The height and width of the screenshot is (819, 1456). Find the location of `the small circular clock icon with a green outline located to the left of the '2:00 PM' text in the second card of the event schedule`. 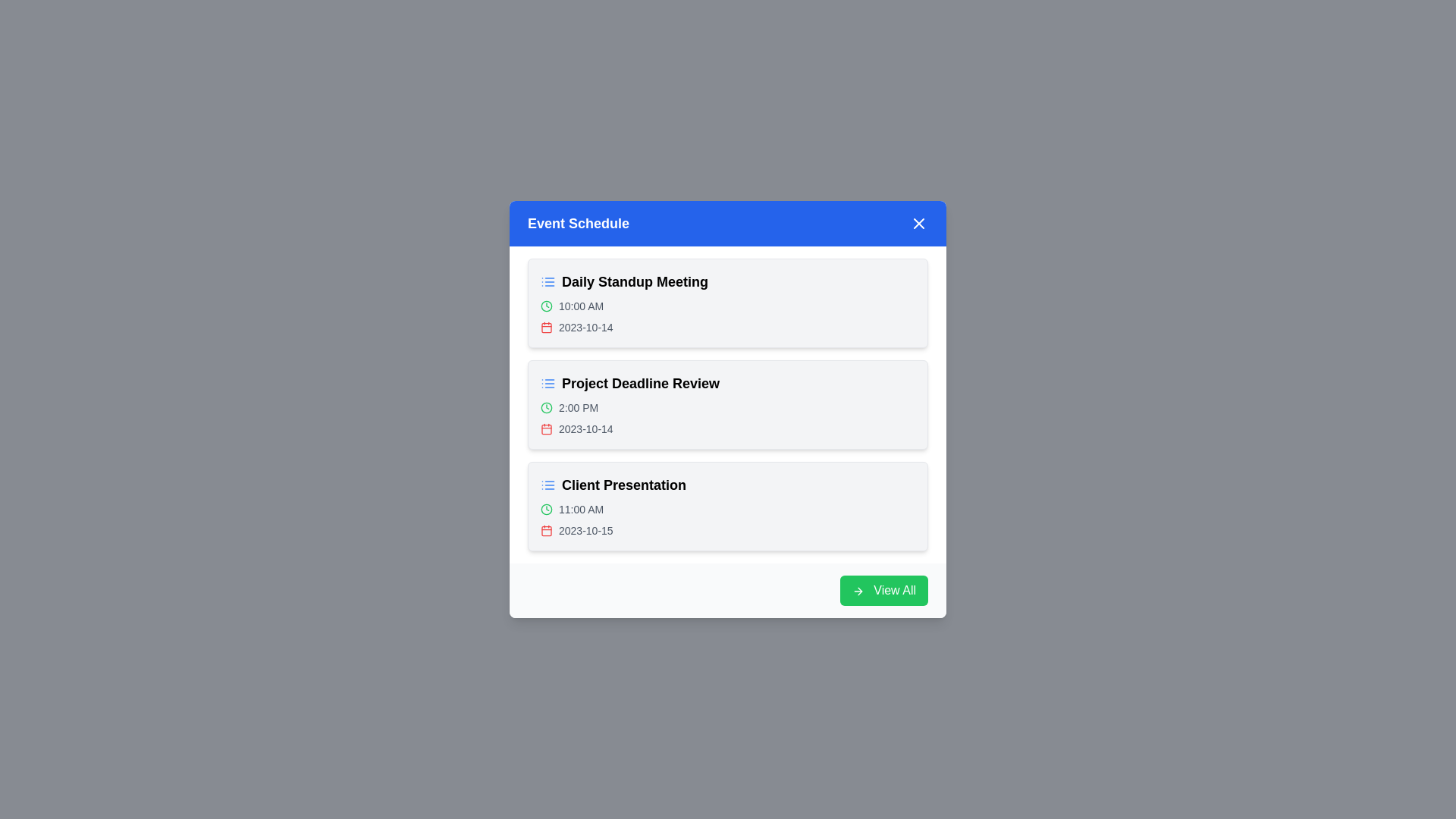

the small circular clock icon with a green outline located to the left of the '2:00 PM' text in the second card of the event schedule is located at coordinates (546, 406).